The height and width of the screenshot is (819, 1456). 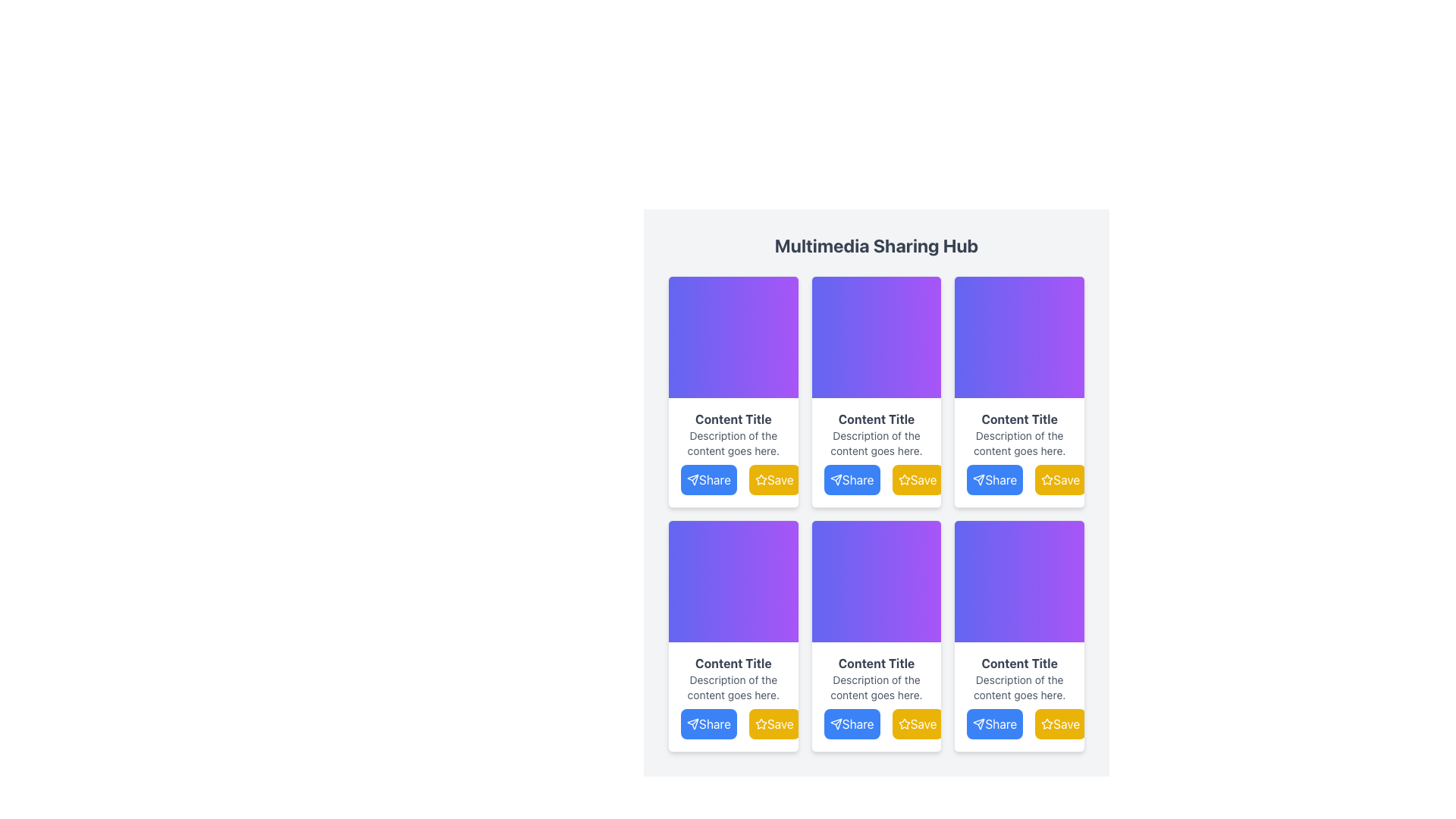 I want to click on the blue 'Share' button featuring white text and a paper airplane icon located in the lower-left corner of the card, so click(x=733, y=723).